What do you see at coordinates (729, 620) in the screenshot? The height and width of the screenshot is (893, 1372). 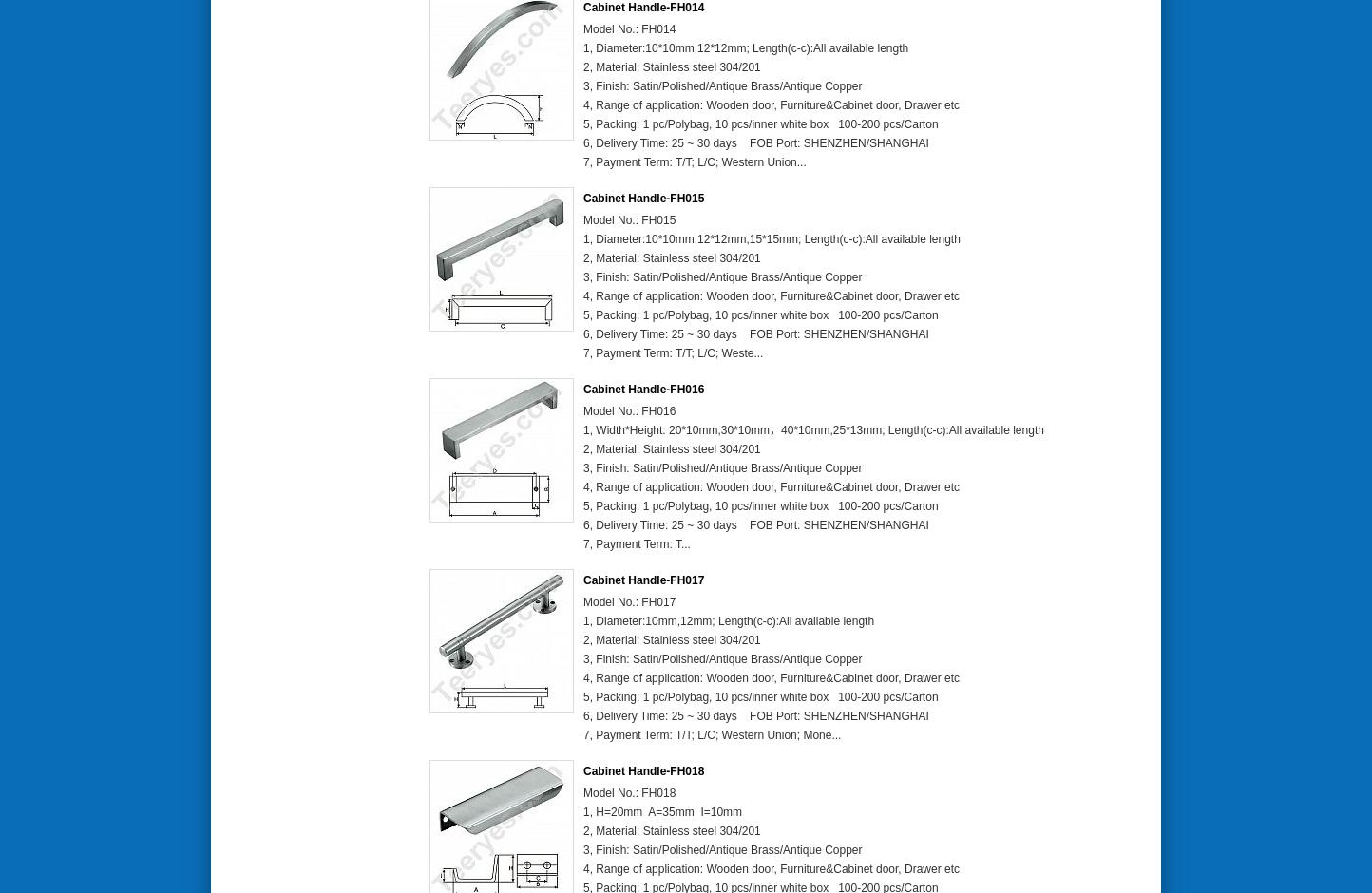 I see `'1, Diameter:10mm,12mm; Length(c-c):All available length'` at bounding box center [729, 620].